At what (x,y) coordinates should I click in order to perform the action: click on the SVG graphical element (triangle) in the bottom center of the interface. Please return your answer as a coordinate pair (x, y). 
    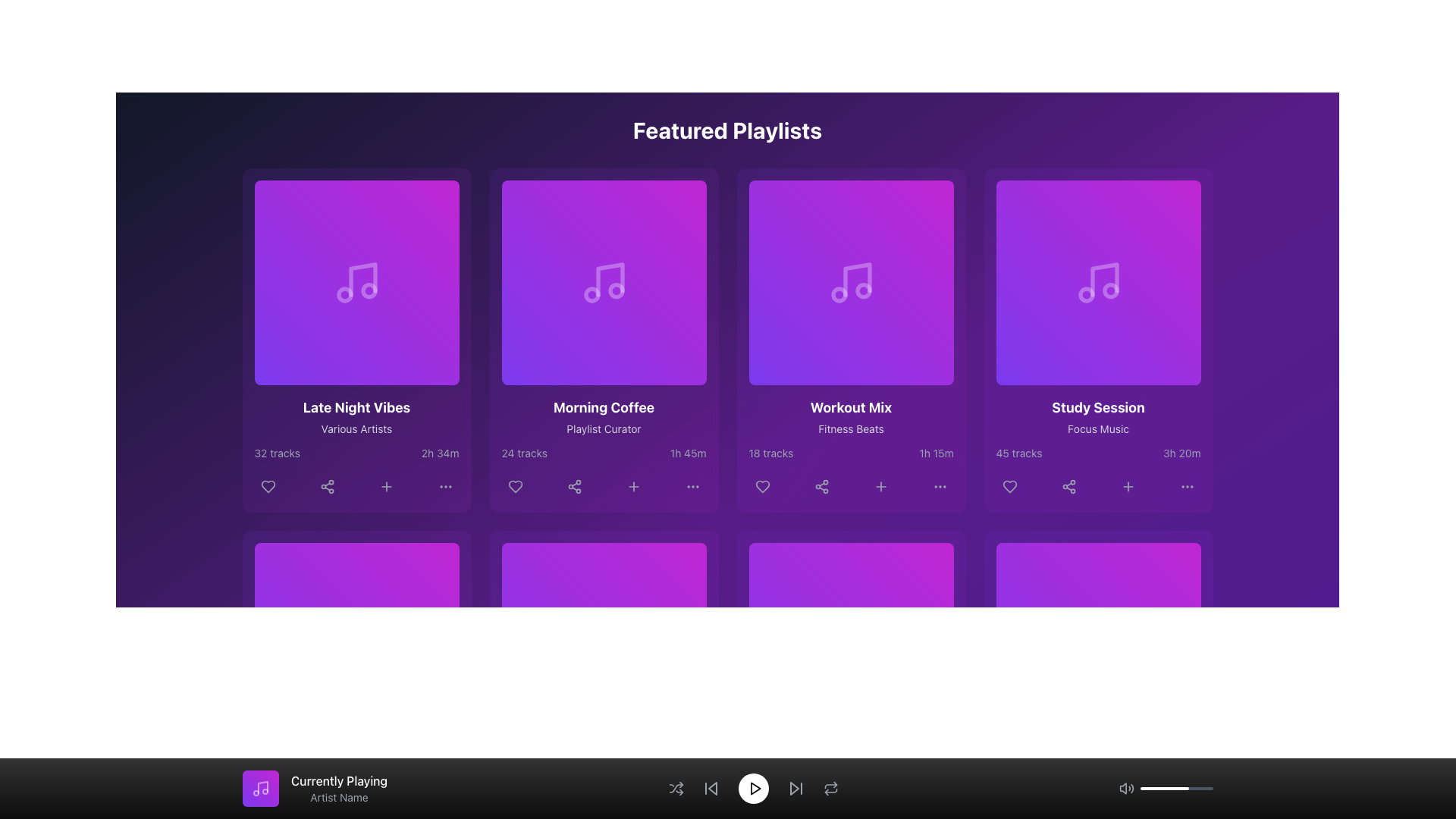
    Looking at the image, I should click on (711, 788).